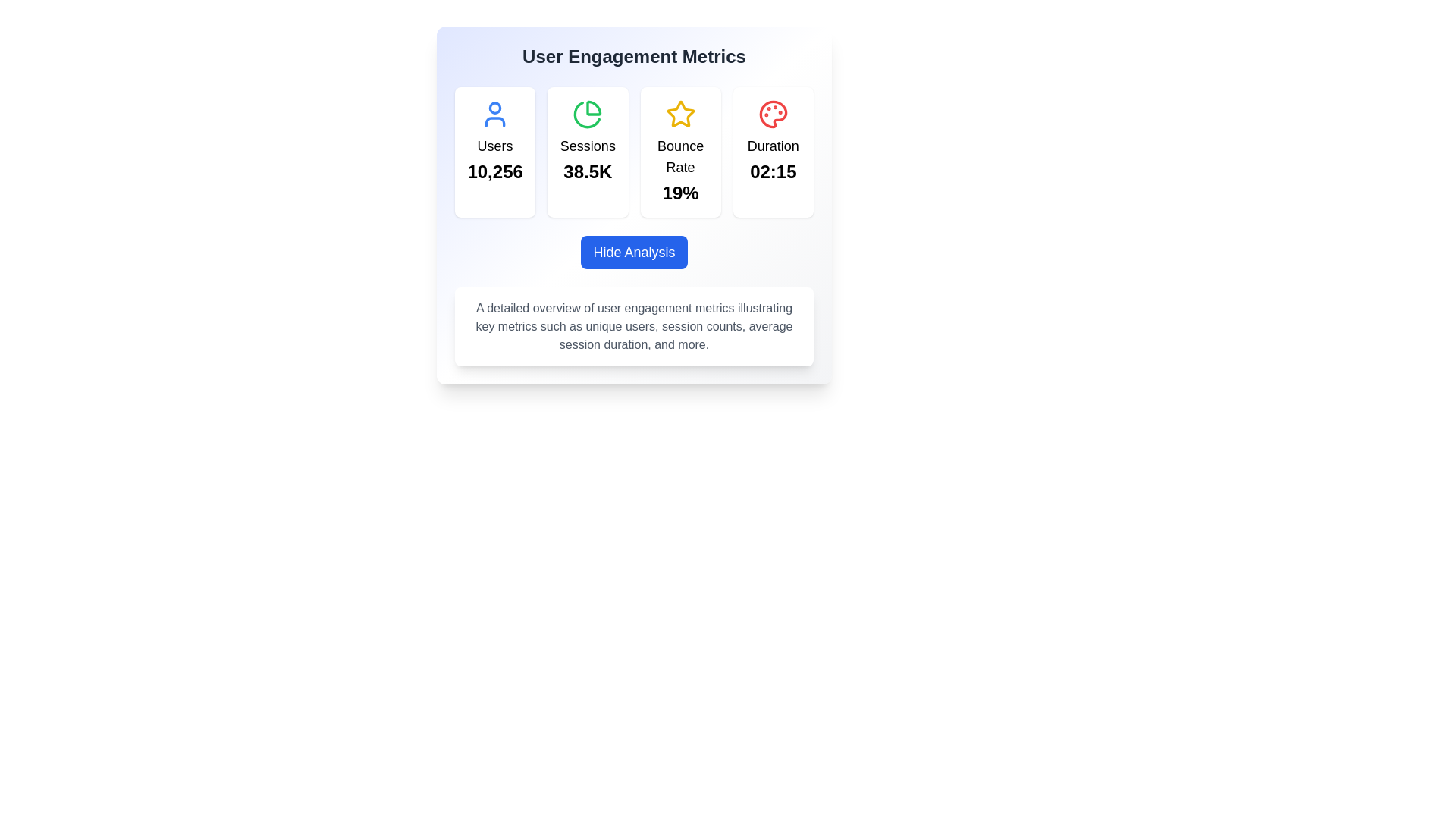 The height and width of the screenshot is (819, 1456). I want to click on the text display that shows the count of users, located below the word 'Users' within a white card, so click(495, 171).